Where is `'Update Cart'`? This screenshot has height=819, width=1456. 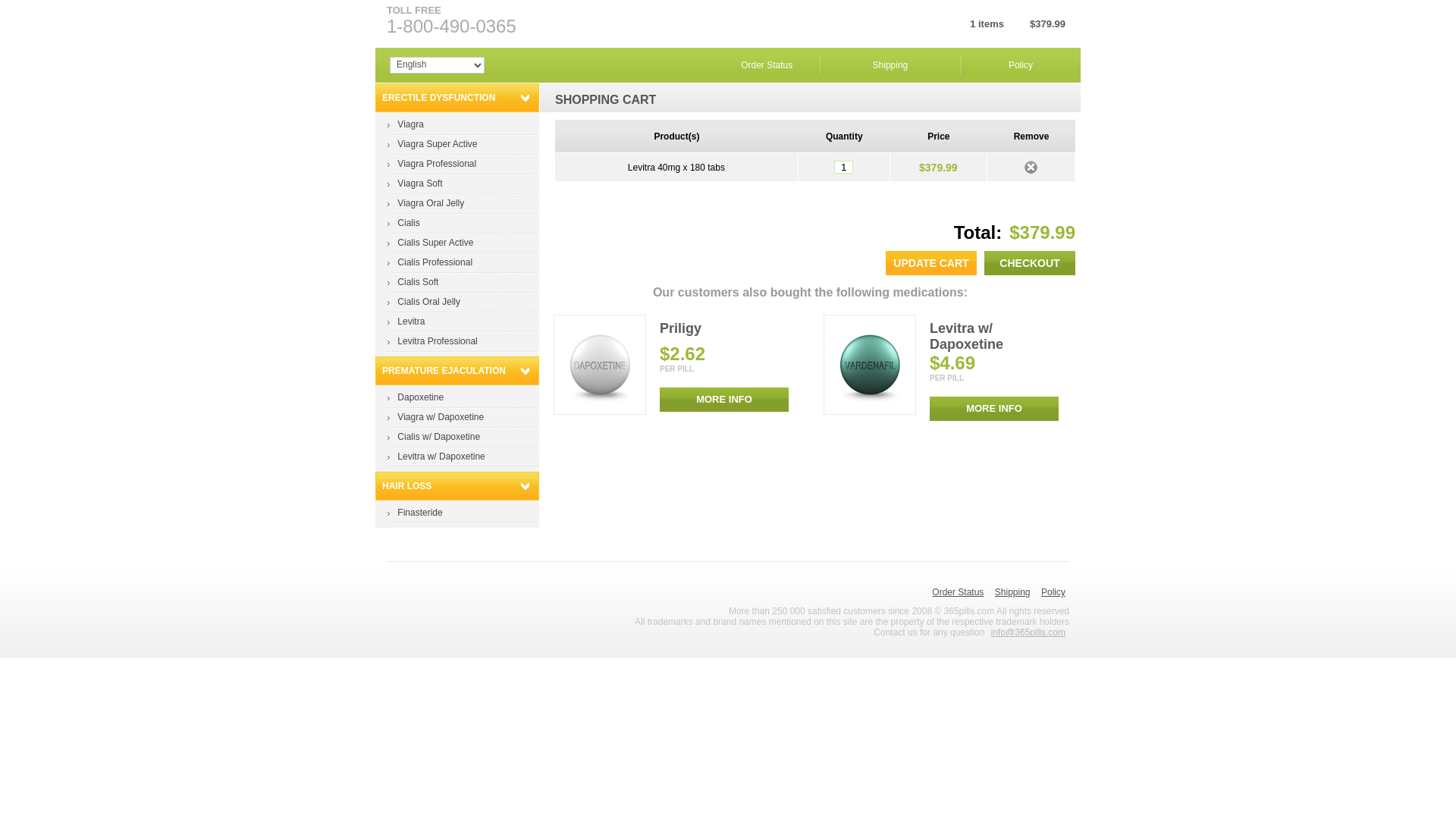 'Update Cart' is located at coordinates (885, 262).